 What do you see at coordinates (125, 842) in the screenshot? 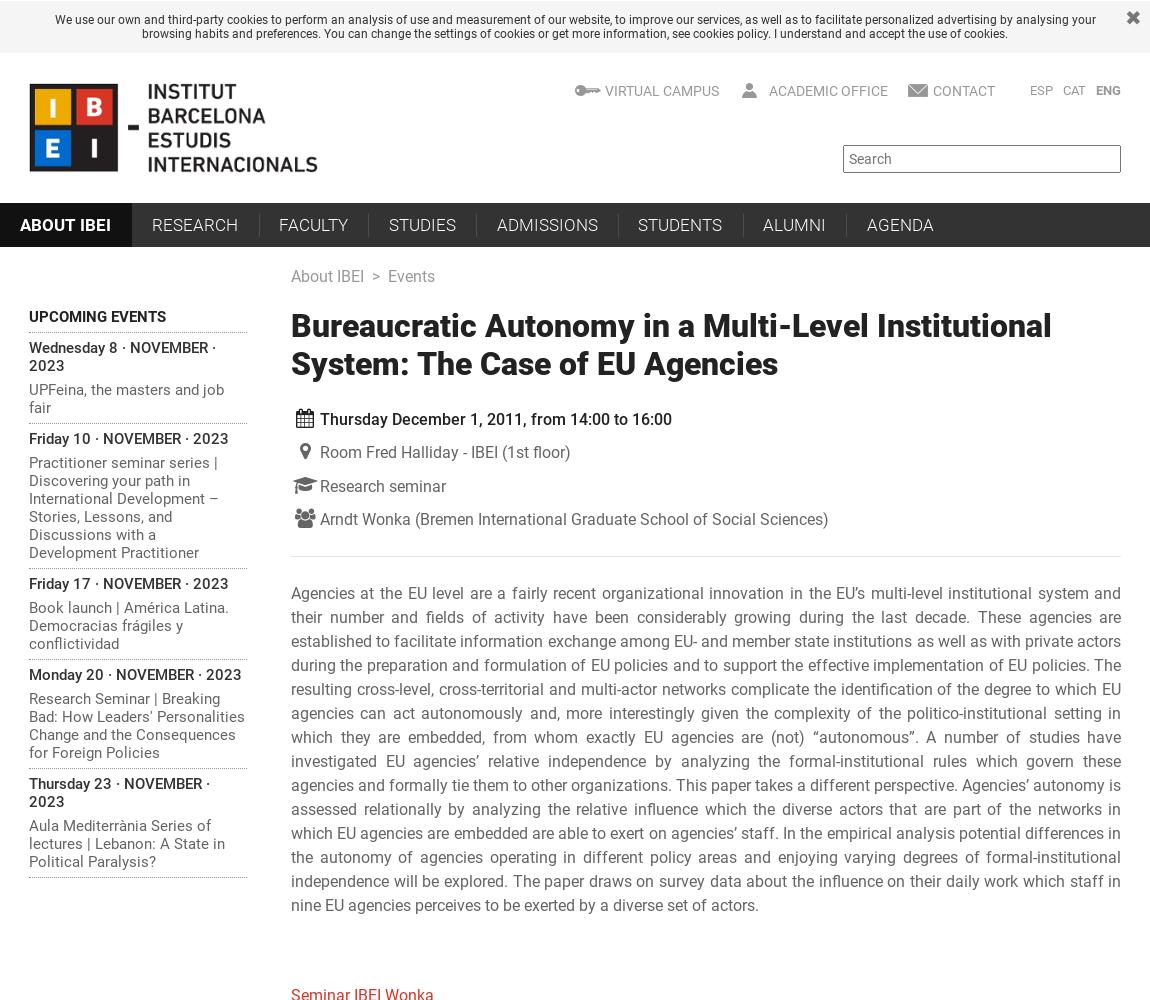
I see `'Aula Mediterrània Series of lectures | Lebanon: A State in Political Paralysis?'` at bounding box center [125, 842].